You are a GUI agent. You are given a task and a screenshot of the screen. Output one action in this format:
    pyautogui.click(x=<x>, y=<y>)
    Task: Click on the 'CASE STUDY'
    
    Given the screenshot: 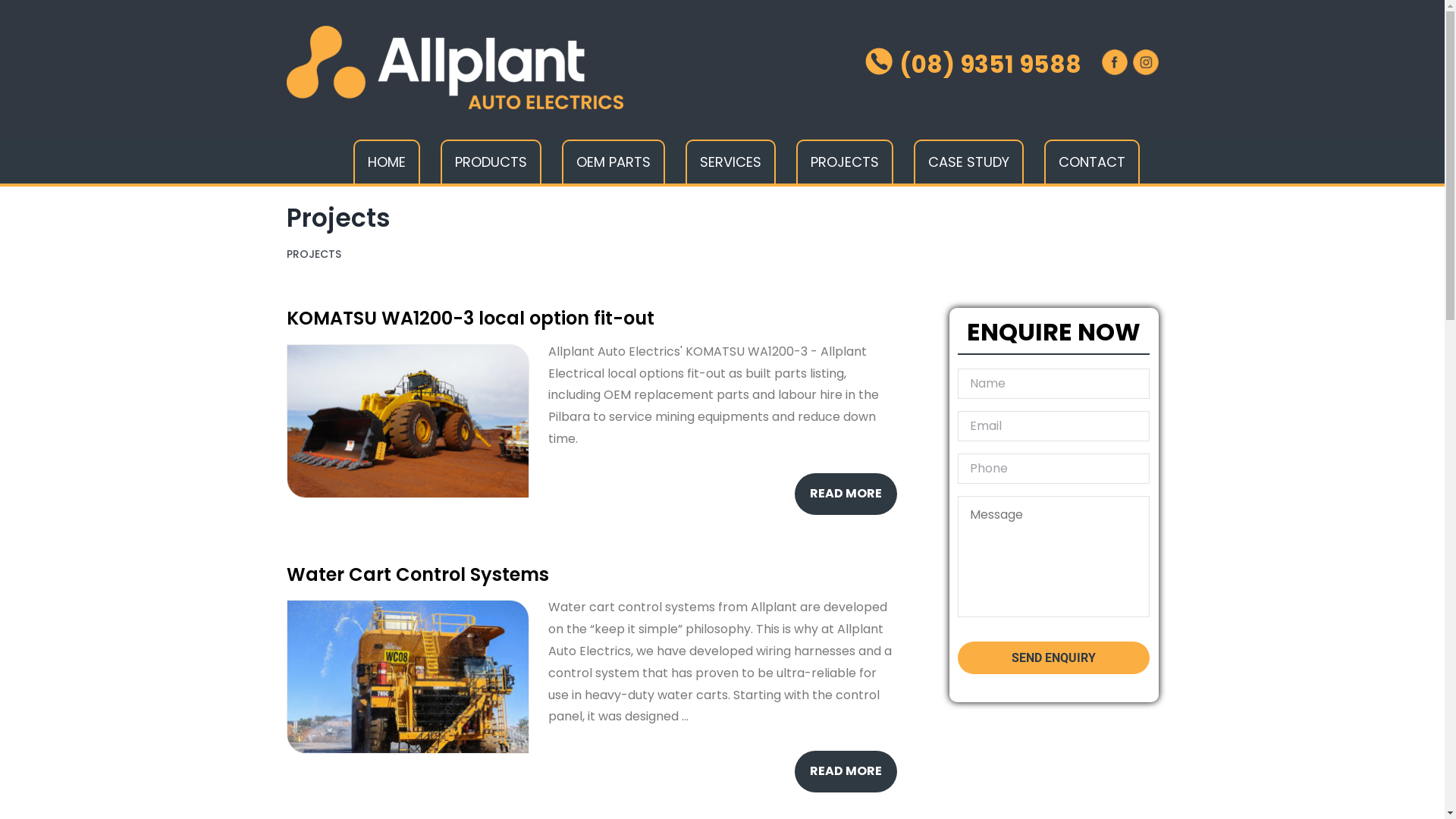 What is the action you would take?
    pyautogui.click(x=967, y=161)
    